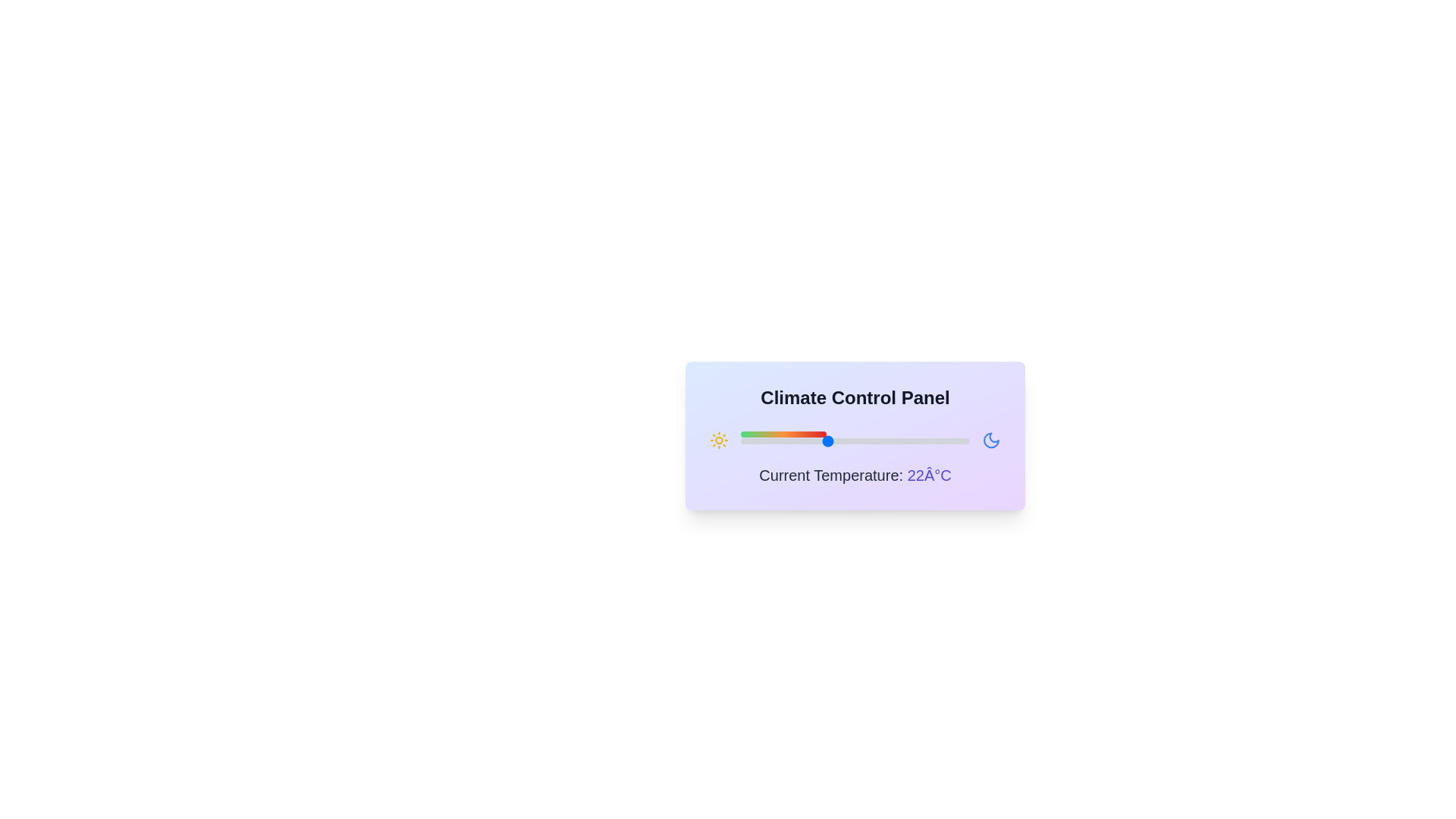 The width and height of the screenshot is (1456, 819). Describe the element at coordinates (954, 441) in the screenshot. I see `the climate control temperature` at that location.